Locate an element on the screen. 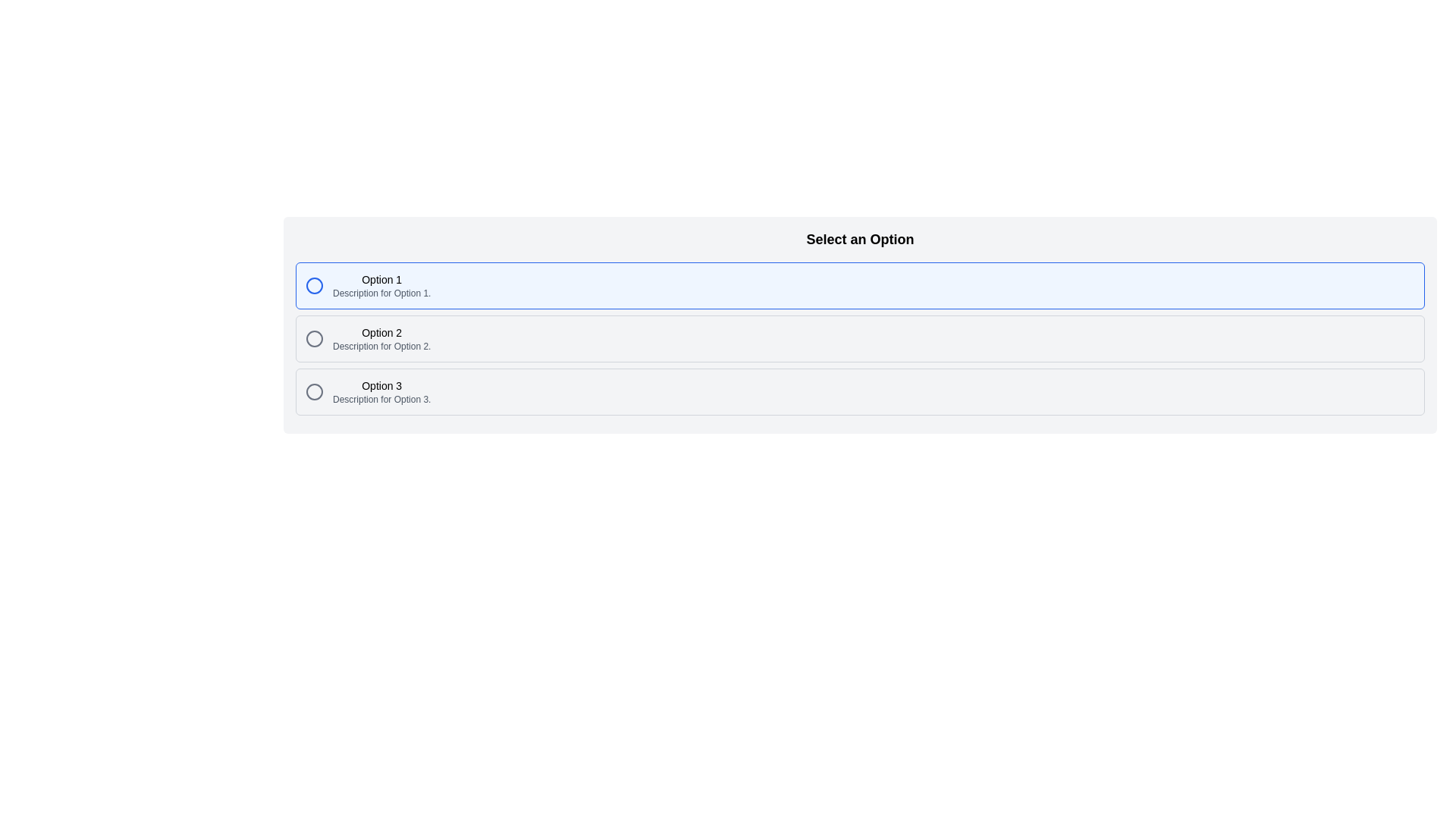  the text label reading 'Option 2', which is centrally positioned above the description 'Description for Option 2' is located at coordinates (381, 332).